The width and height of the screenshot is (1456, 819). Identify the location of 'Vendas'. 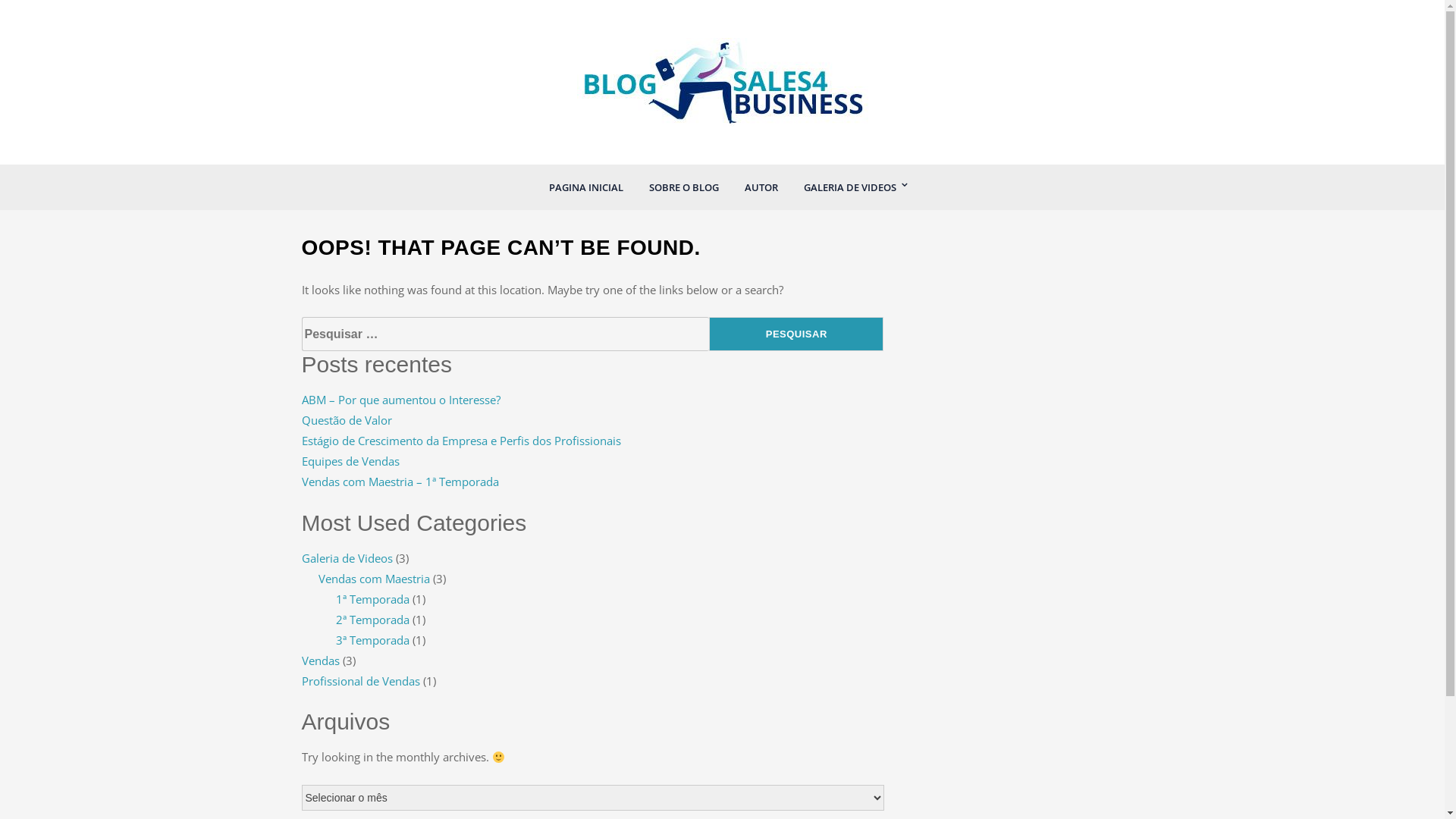
(319, 660).